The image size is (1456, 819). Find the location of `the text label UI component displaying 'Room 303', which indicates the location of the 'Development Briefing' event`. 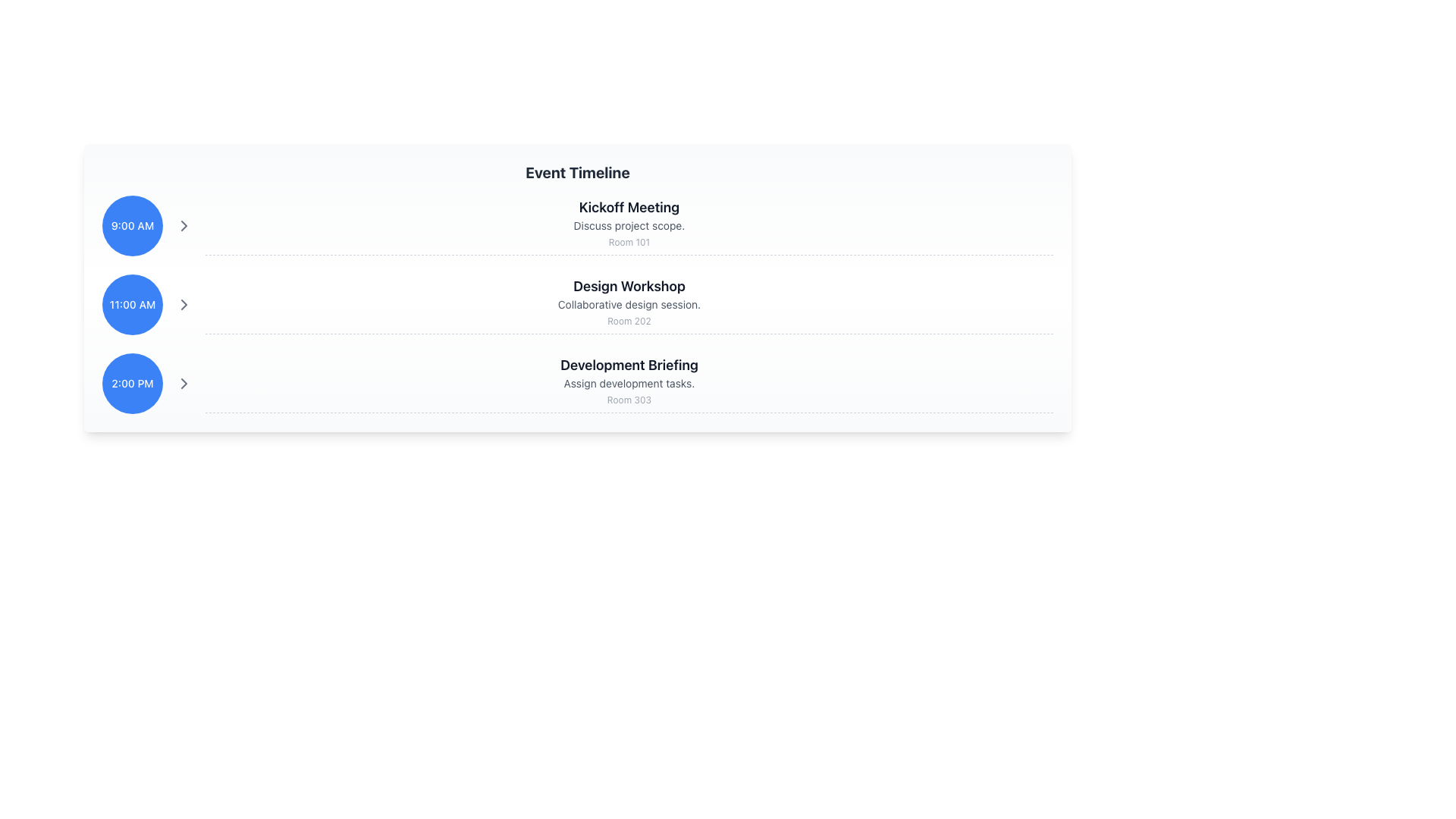

the text label UI component displaying 'Room 303', which indicates the location of the 'Development Briefing' event is located at coordinates (629, 399).